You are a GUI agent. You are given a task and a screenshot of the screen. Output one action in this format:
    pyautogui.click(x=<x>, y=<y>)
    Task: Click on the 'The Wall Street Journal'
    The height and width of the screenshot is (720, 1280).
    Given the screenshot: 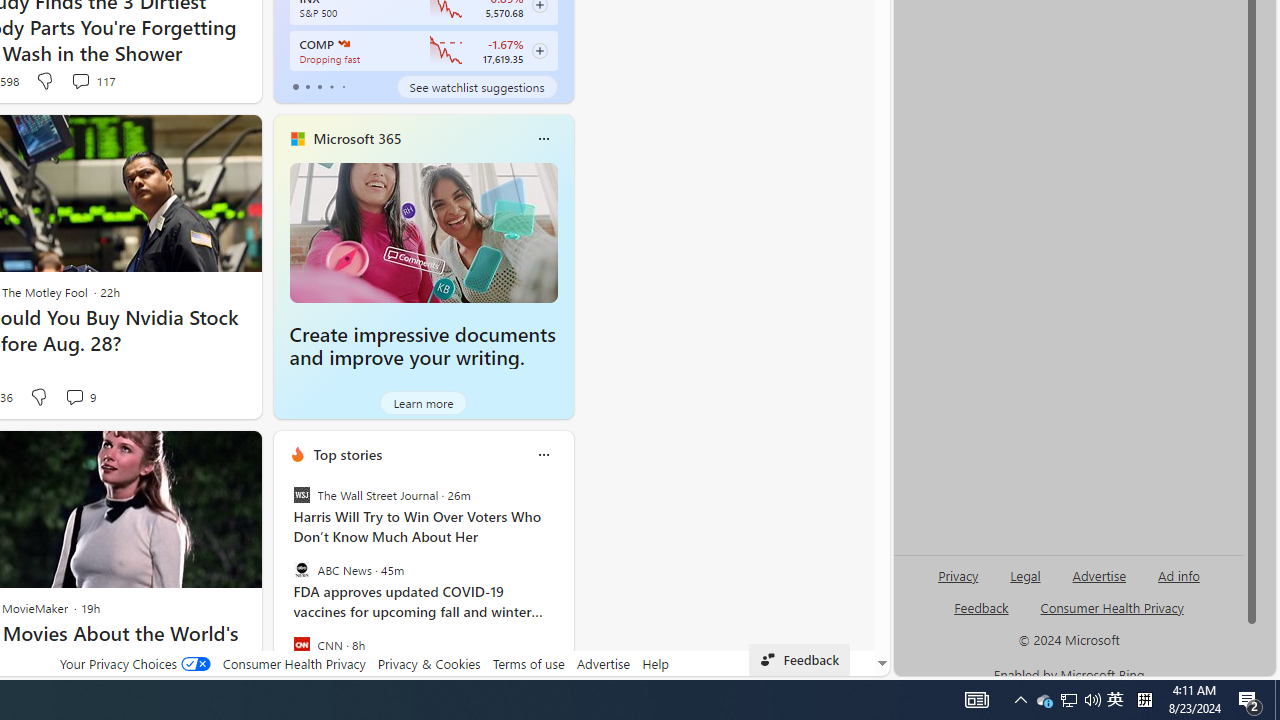 What is the action you would take?
    pyautogui.click(x=300, y=495)
    